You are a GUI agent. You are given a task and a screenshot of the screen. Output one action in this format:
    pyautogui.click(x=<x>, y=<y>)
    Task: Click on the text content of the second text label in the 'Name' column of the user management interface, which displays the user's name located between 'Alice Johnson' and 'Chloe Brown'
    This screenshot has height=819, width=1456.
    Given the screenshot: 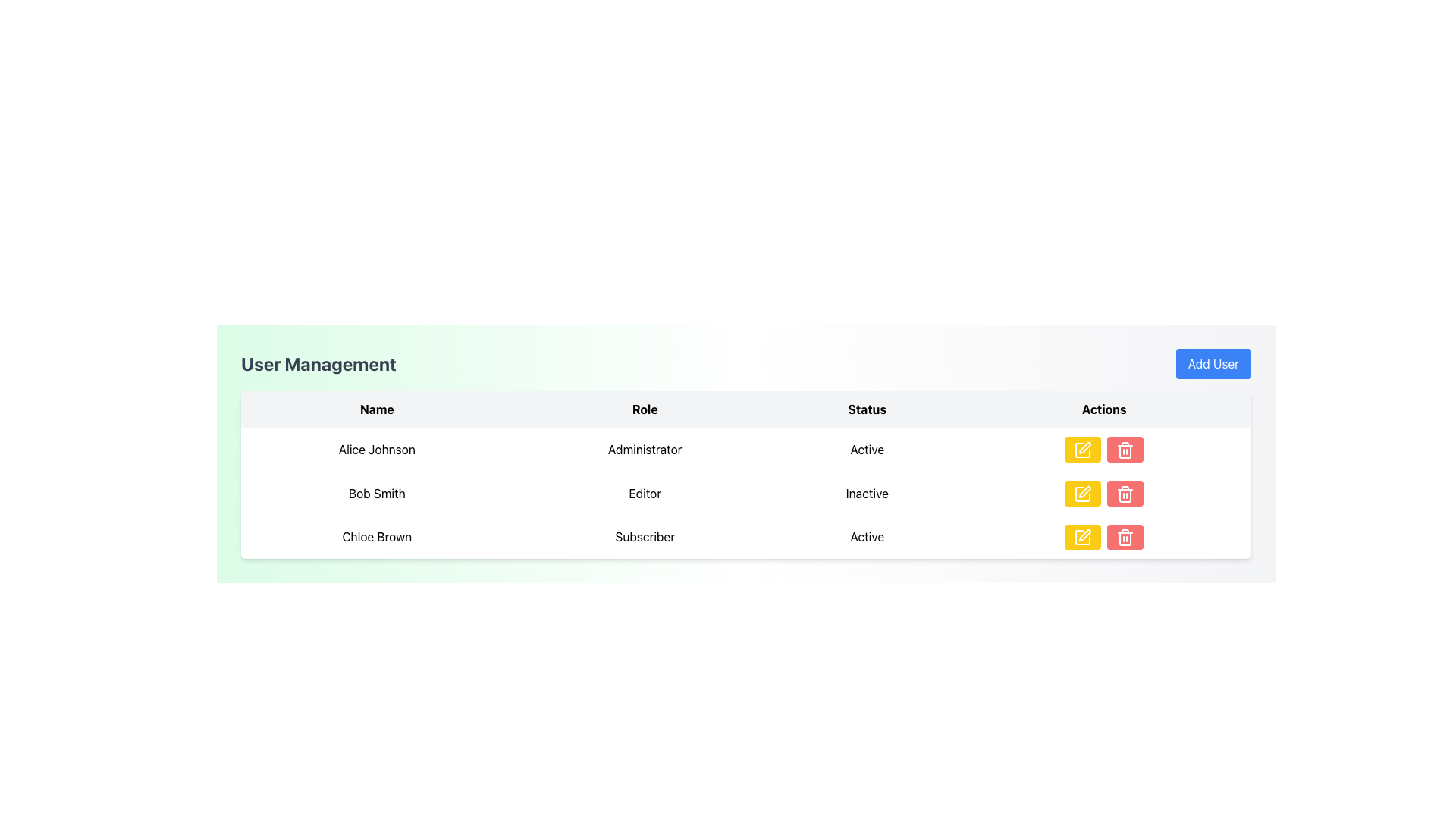 What is the action you would take?
    pyautogui.click(x=377, y=493)
    